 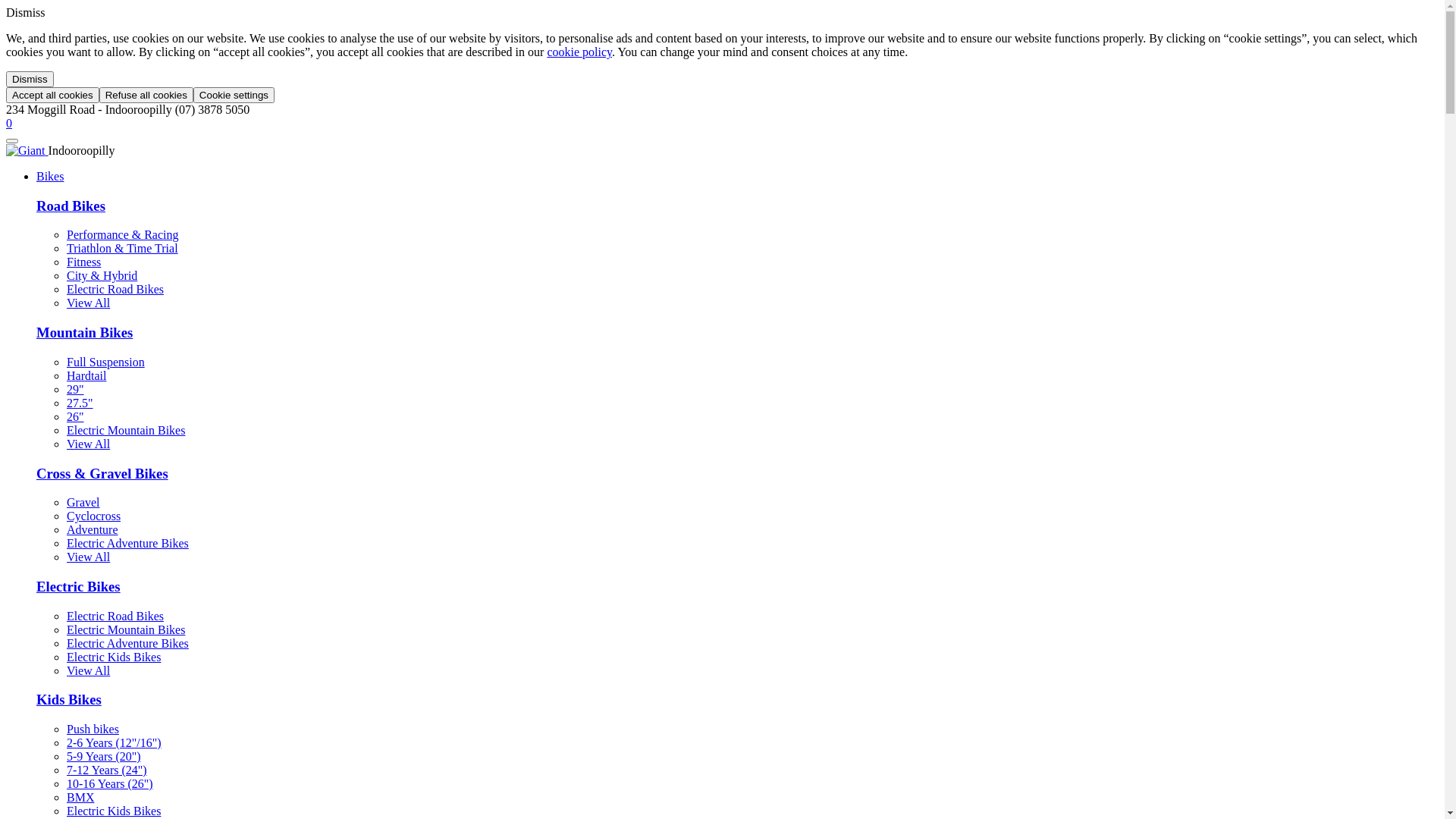 I want to click on 'Electric Kids Bikes', so click(x=112, y=810).